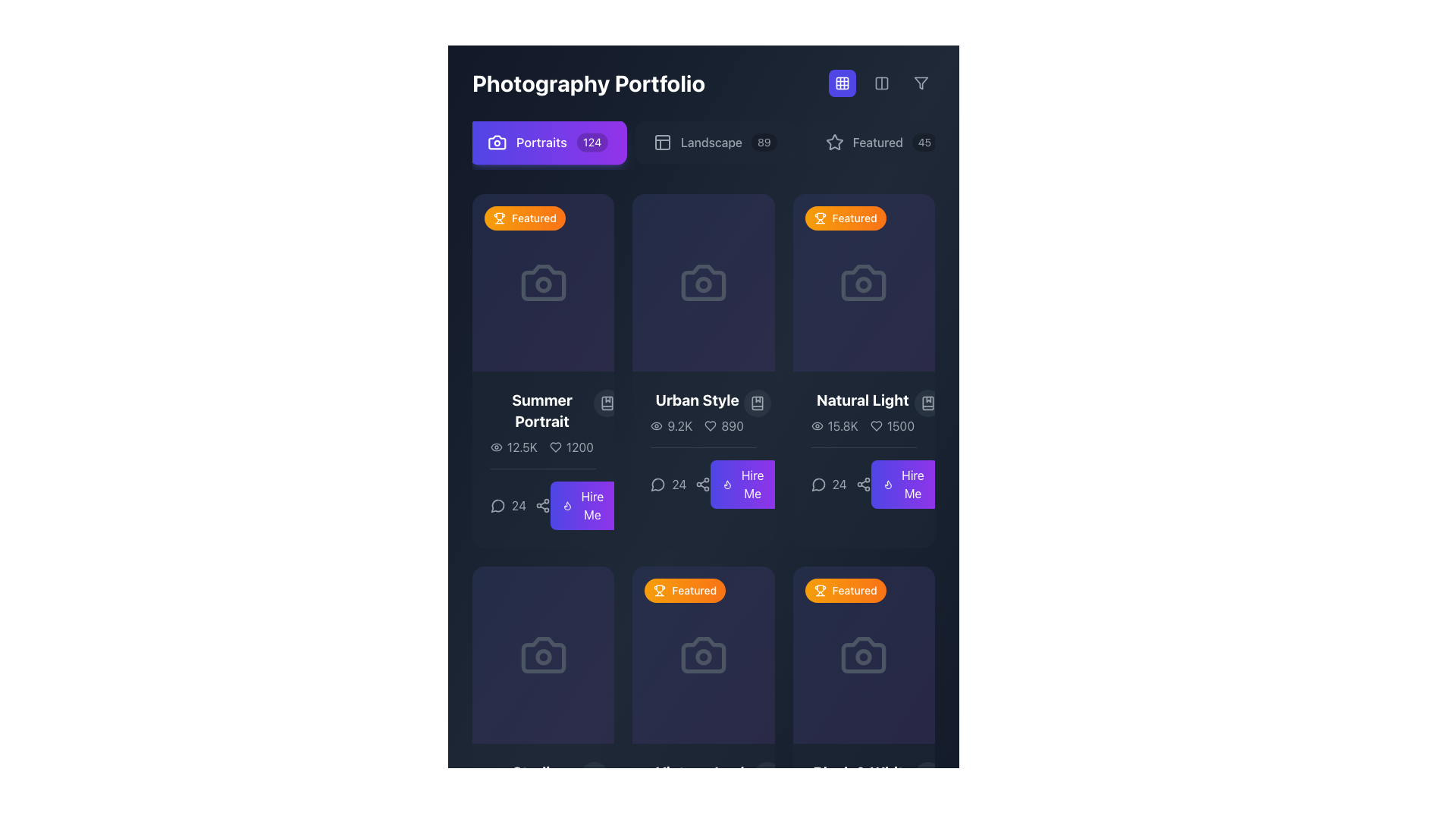 The height and width of the screenshot is (819, 1456). Describe the element at coordinates (522, 447) in the screenshot. I see `the text element displaying the numerical value of 12.5 thousand, which is located to the right of the eye icon and below the thumbnail for 'Summer Portrait'` at that location.